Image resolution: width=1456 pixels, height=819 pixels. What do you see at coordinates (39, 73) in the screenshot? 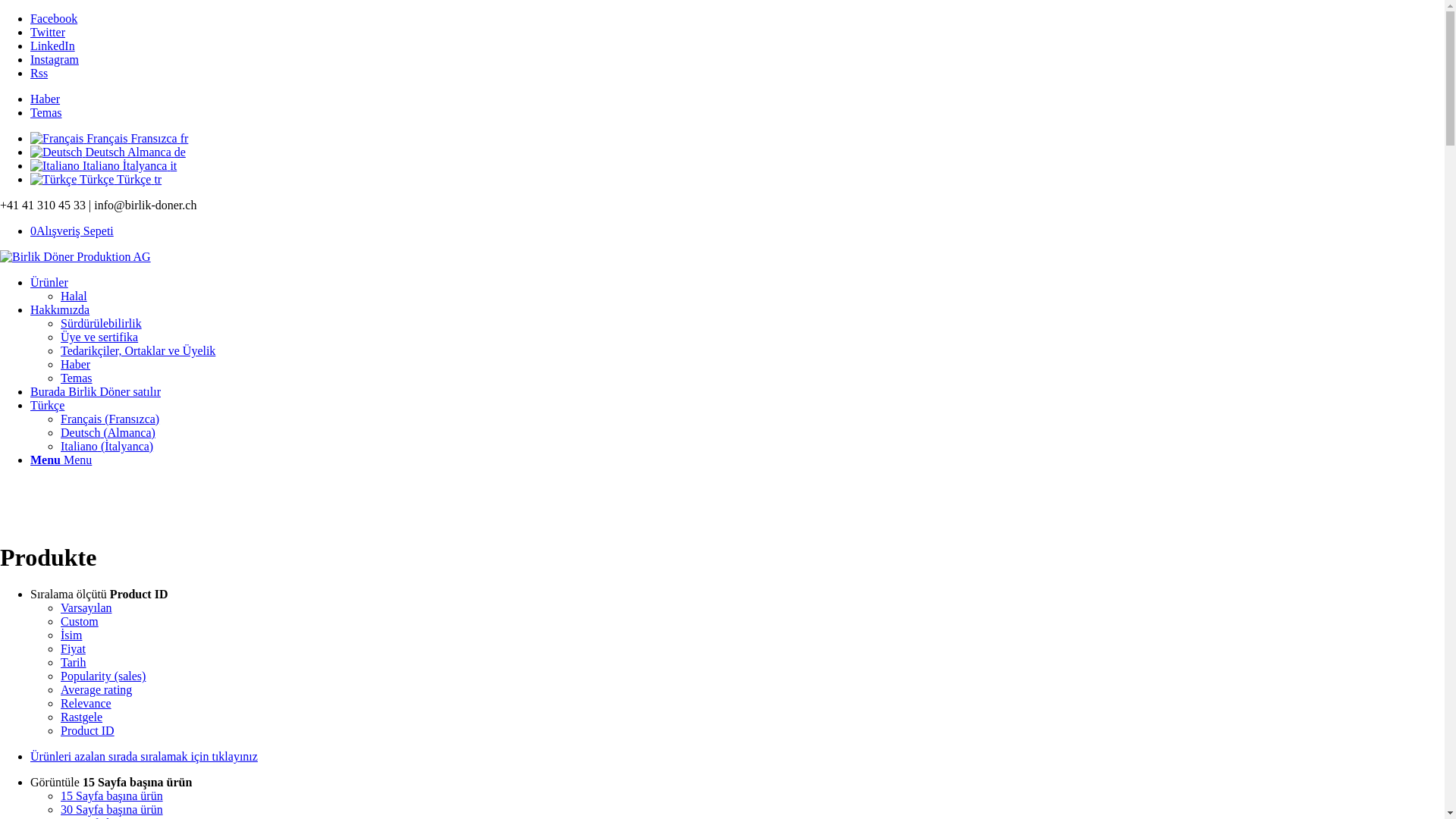
I see `'Rss'` at bounding box center [39, 73].